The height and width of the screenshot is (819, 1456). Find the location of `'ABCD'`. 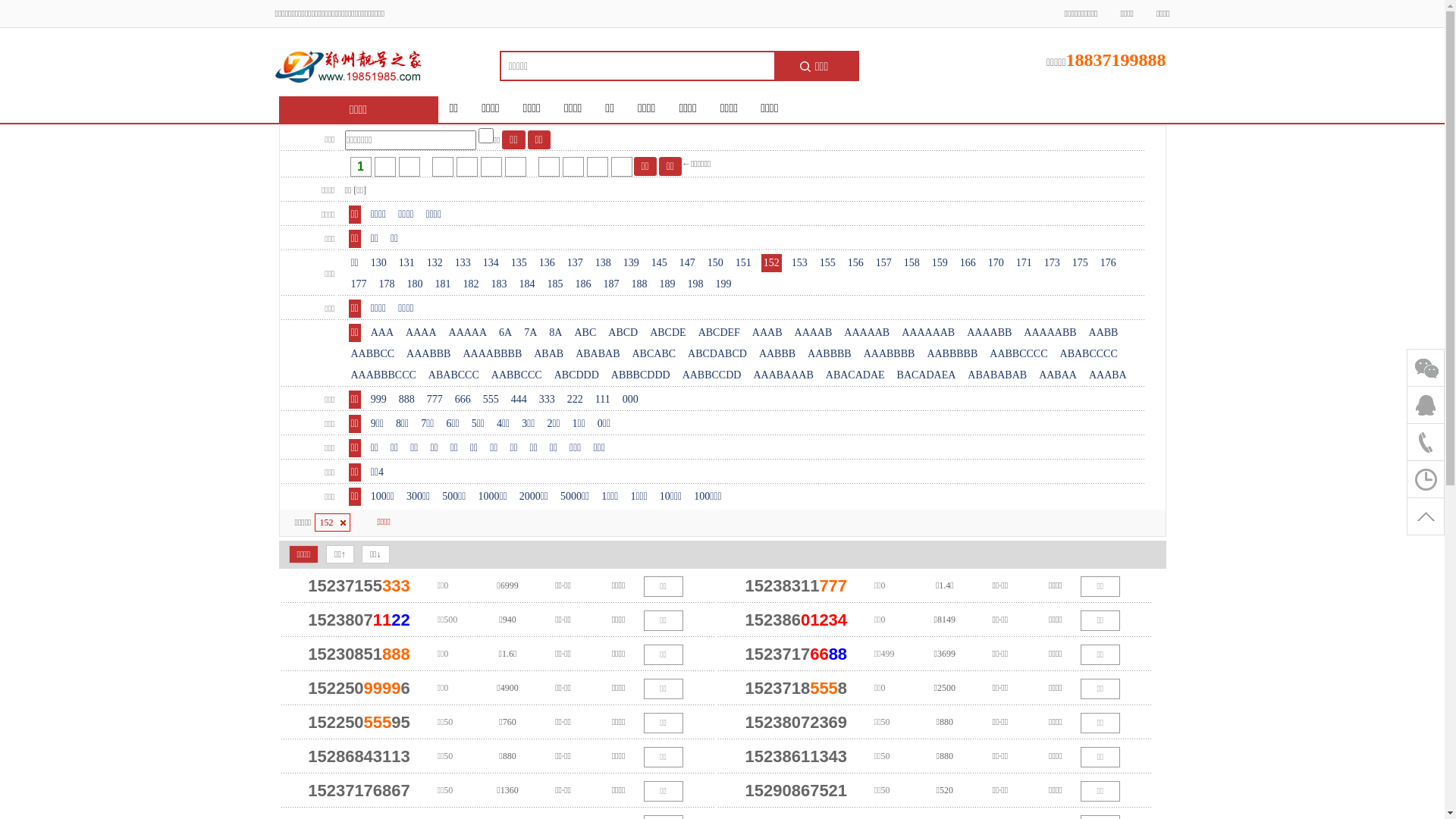

'ABCD' is located at coordinates (623, 332).